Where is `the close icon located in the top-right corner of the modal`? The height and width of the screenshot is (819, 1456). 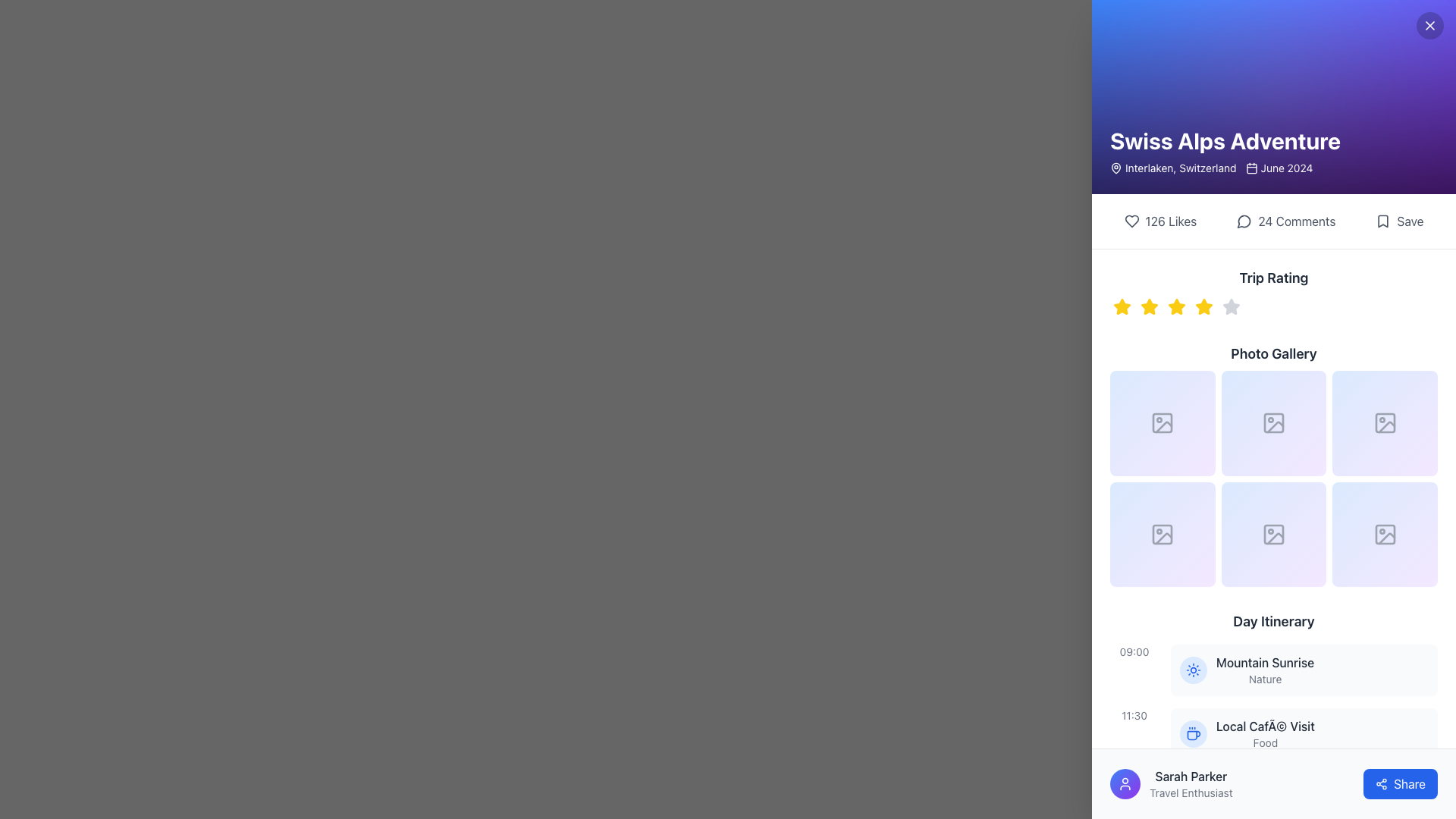 the close icon located in the top-right corner of the modal is located at coordinates (1429, 26).